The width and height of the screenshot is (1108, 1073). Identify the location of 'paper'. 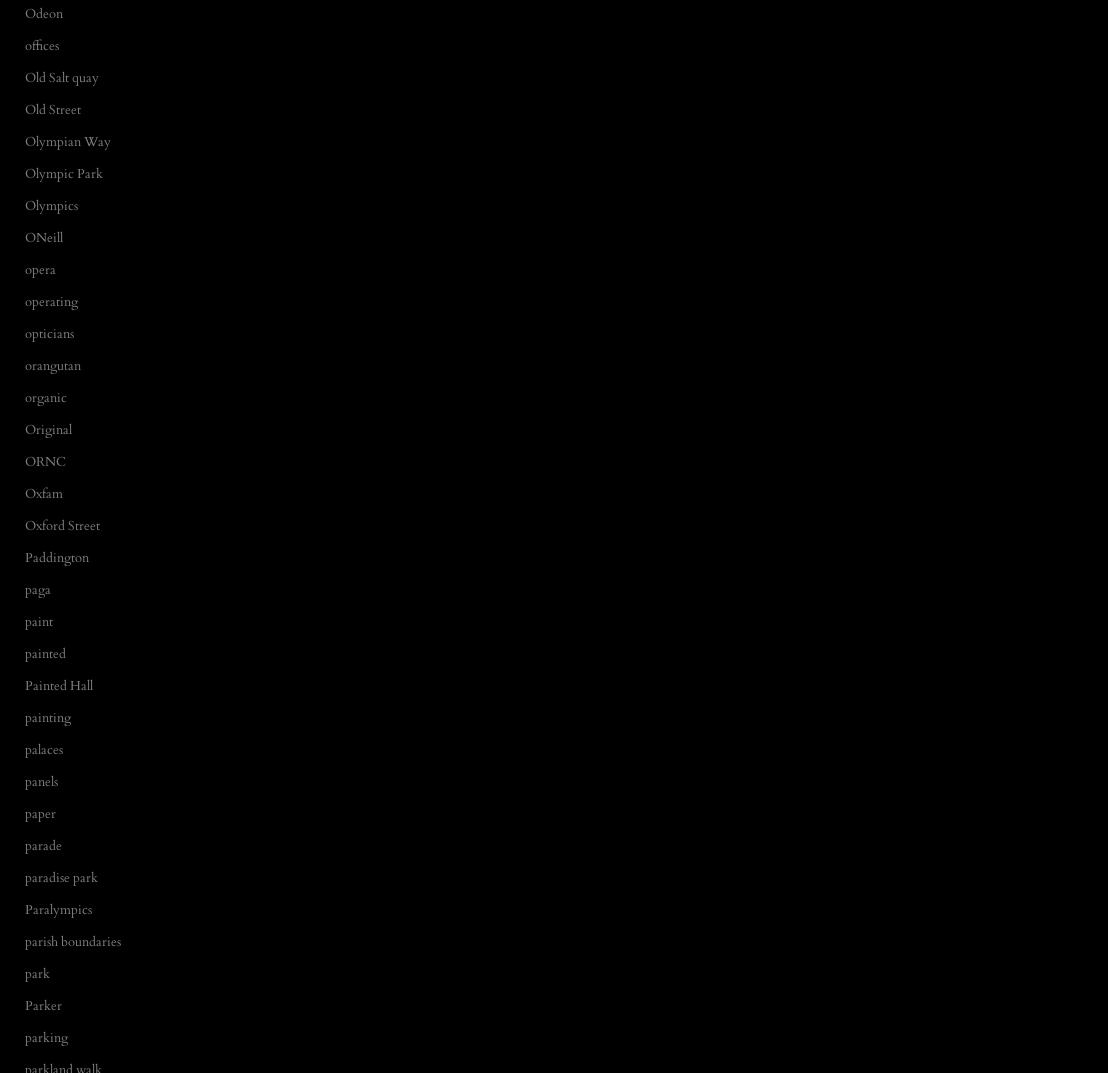
(25, 813).